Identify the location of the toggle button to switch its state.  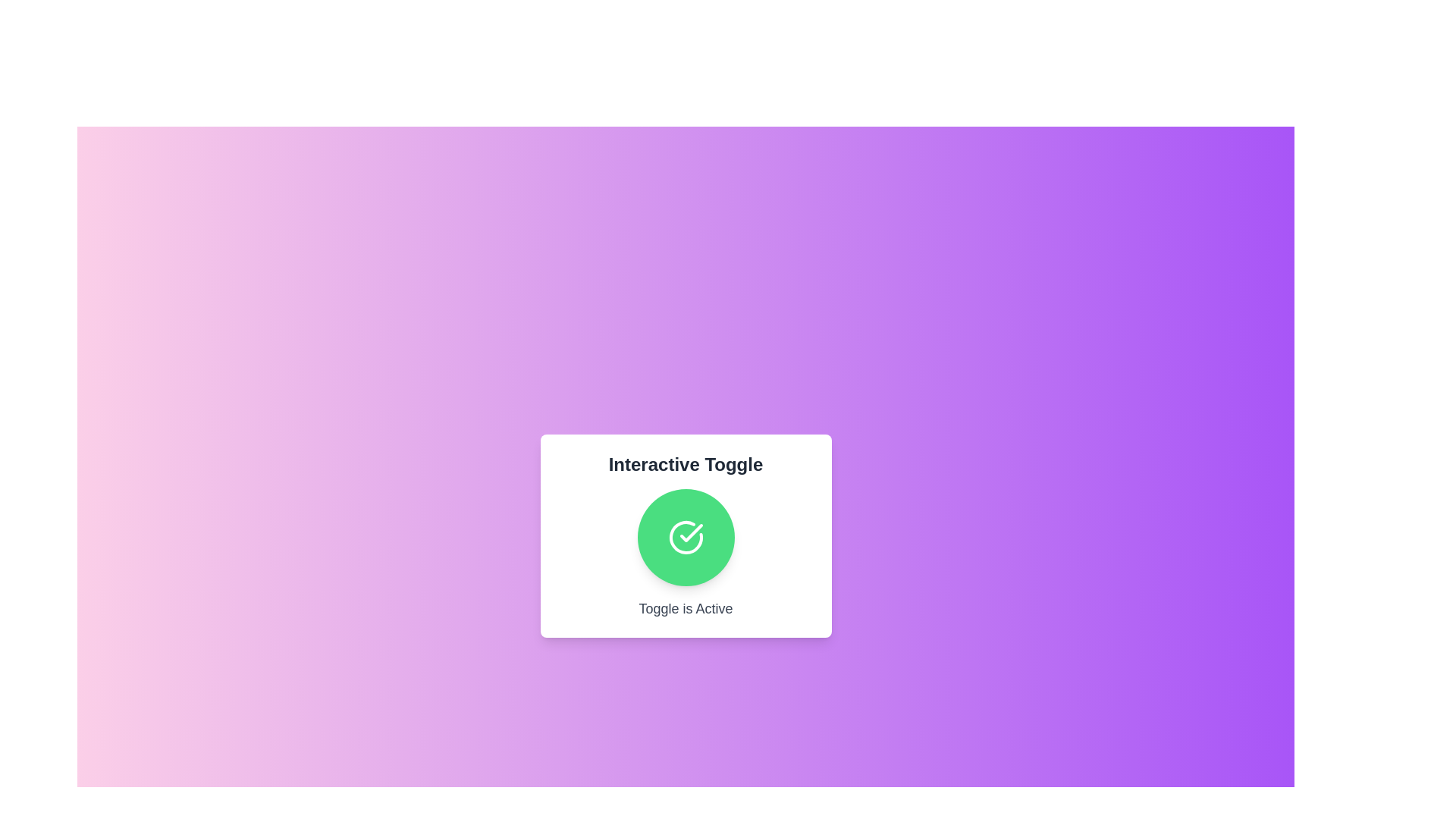
(685, 537).